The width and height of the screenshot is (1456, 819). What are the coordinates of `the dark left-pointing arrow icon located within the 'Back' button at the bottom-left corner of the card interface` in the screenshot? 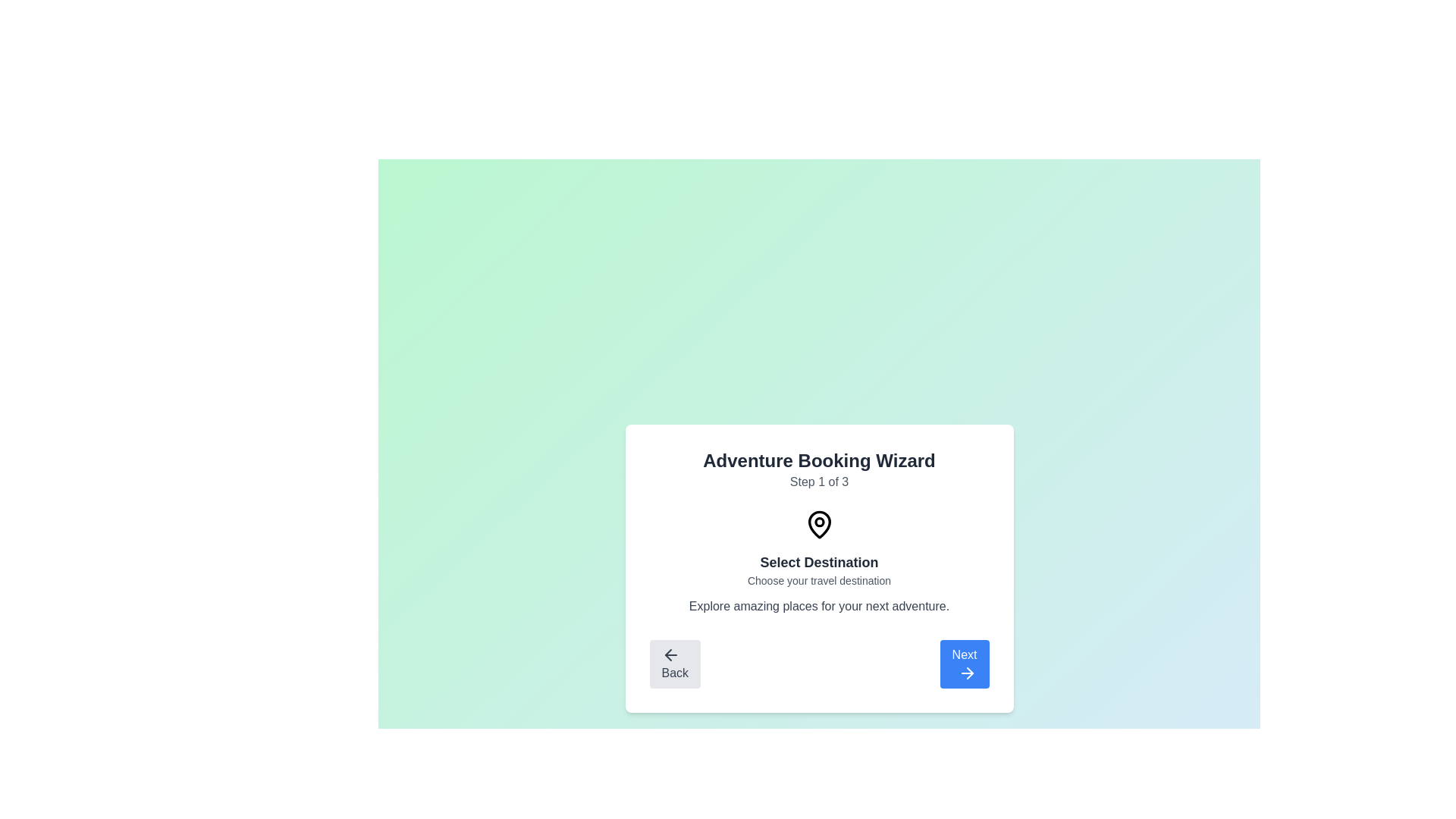 It's located at (670, 654).